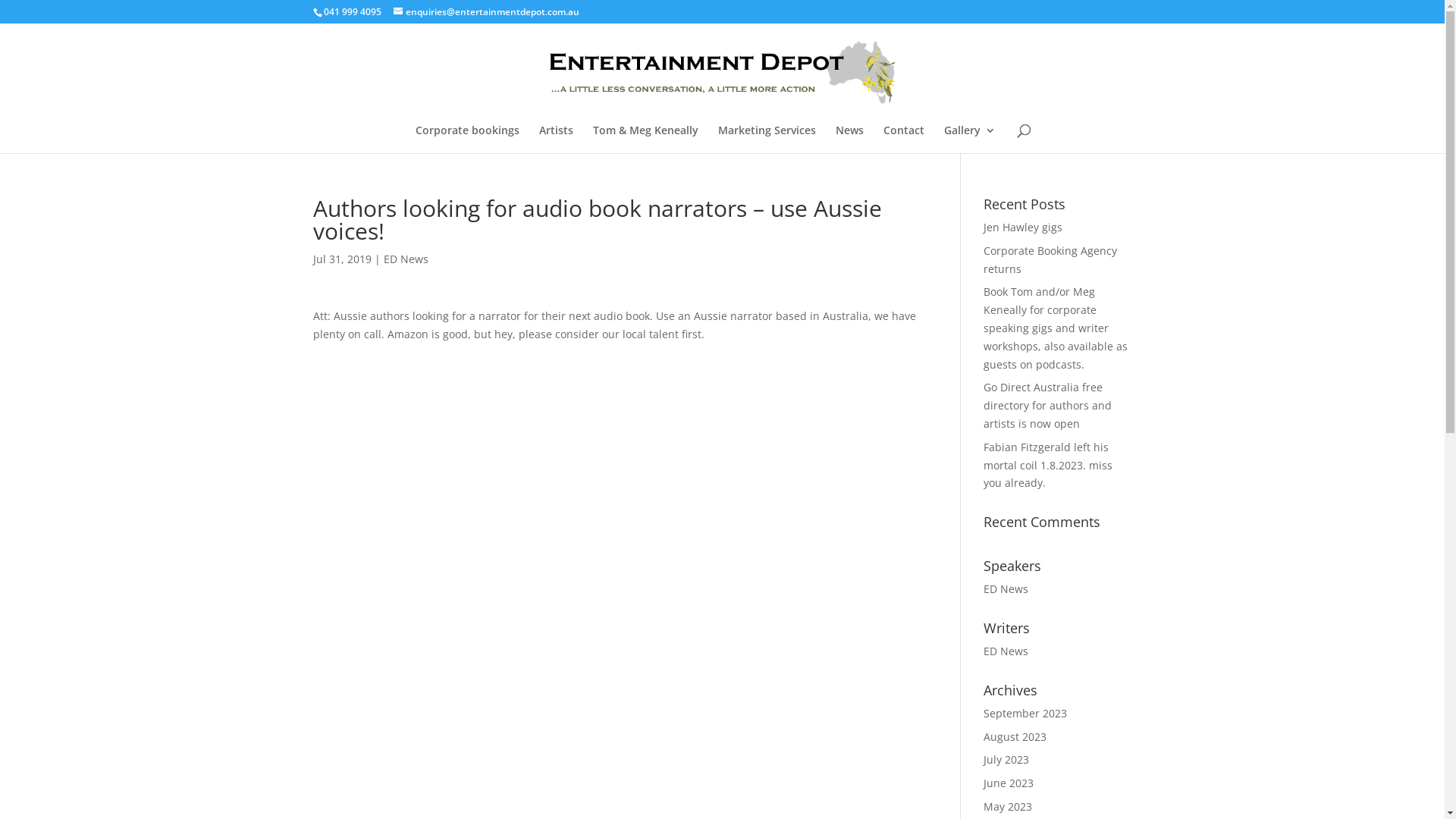 The height and width of the screenshot is (819, 1456). What do you see at coordinates (466, 139) in the screenshot?
I see `'Corporate bookings'` at bounding box center [466, 139].